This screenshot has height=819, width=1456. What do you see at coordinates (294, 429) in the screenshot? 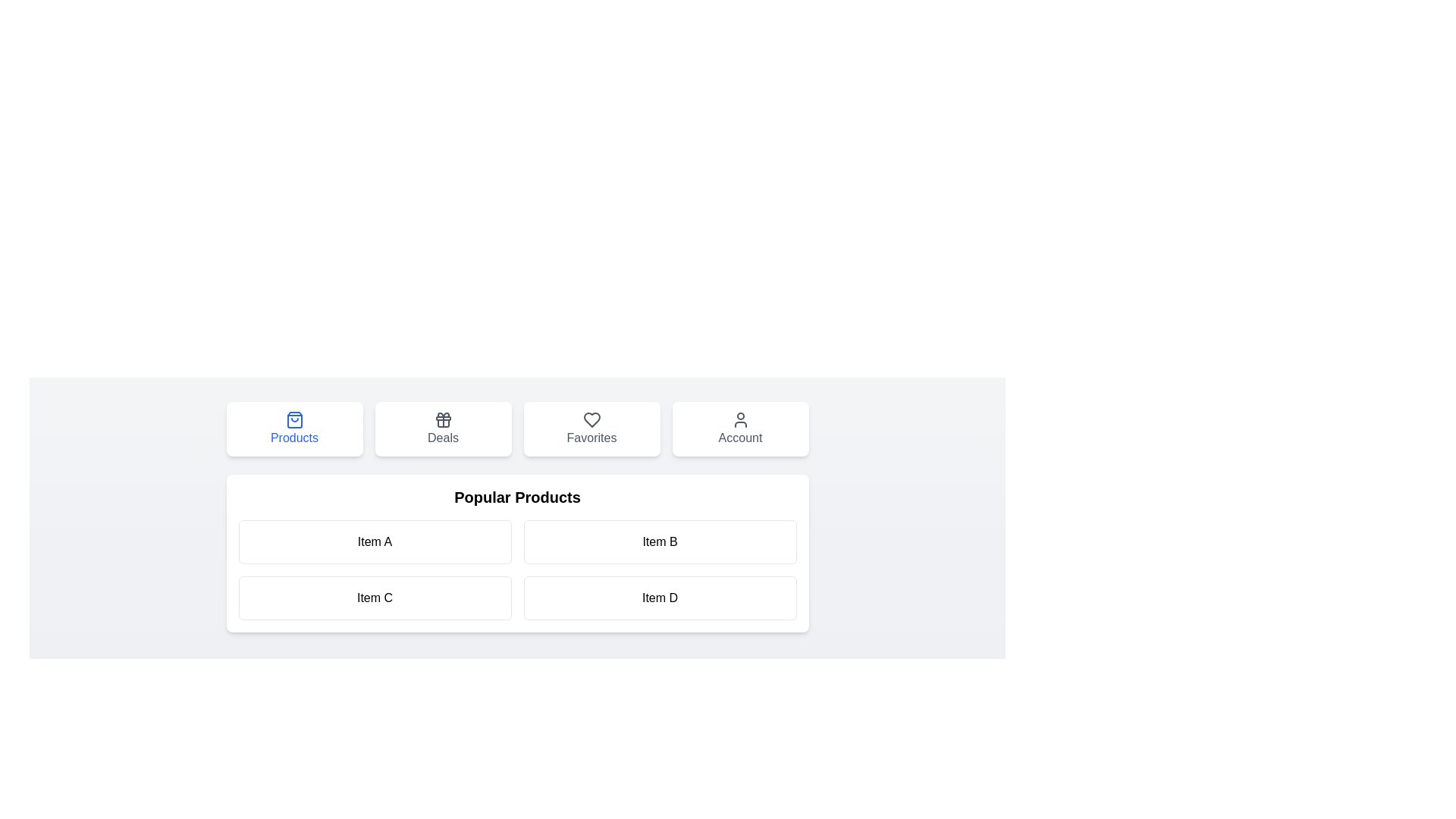
I see `the tab labeled Products` at bounding box center [294, 429].